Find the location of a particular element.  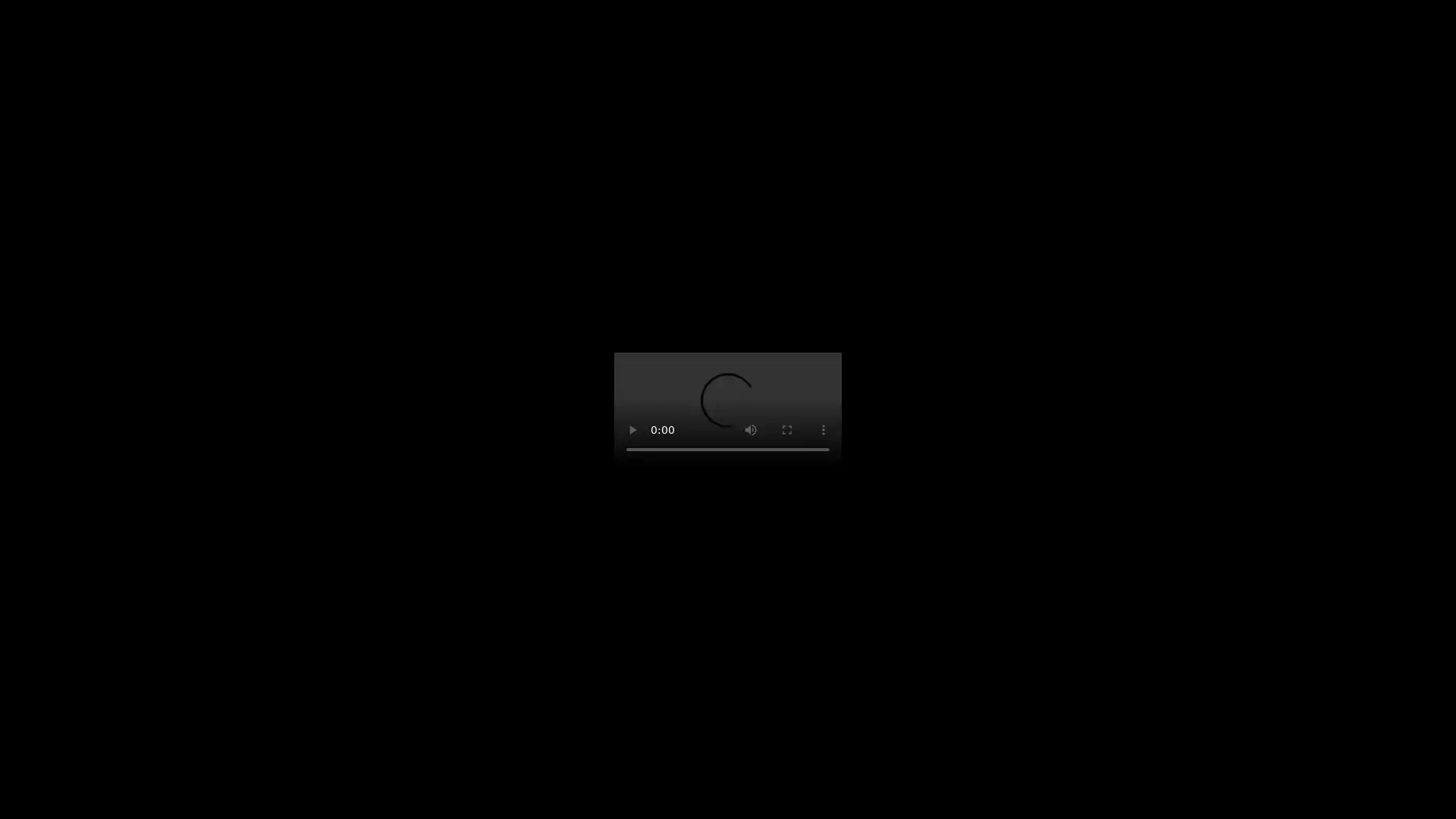

show more media controls is located at coordinates (822, 430).